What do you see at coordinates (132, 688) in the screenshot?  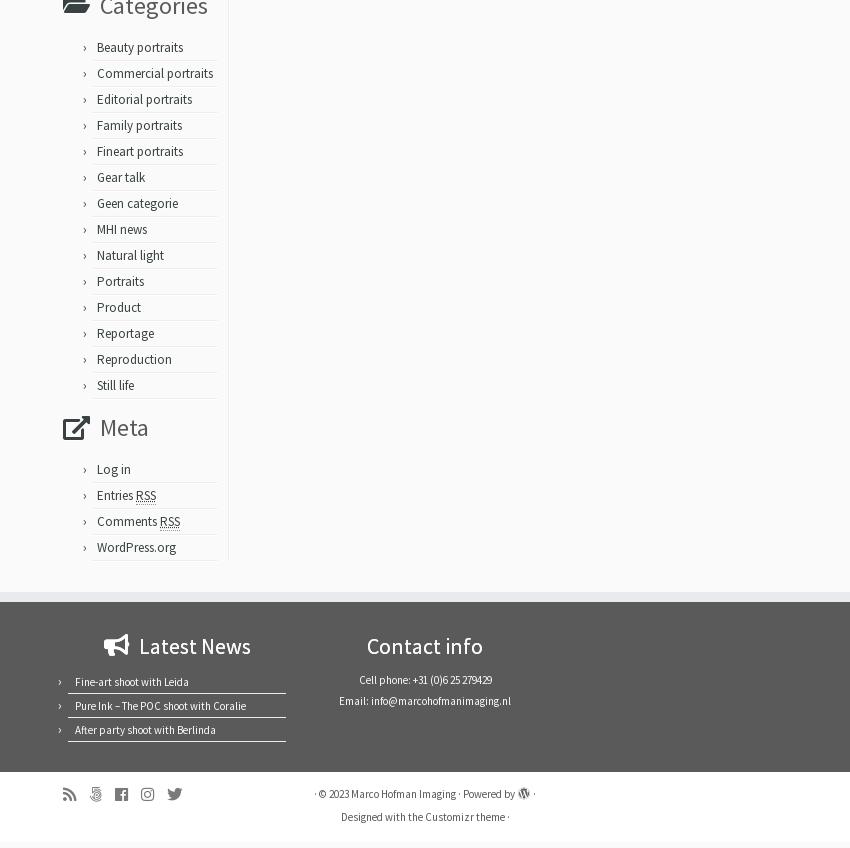 I see `'Fine-art shoot with Leida'` at bounding box center [132, 688].